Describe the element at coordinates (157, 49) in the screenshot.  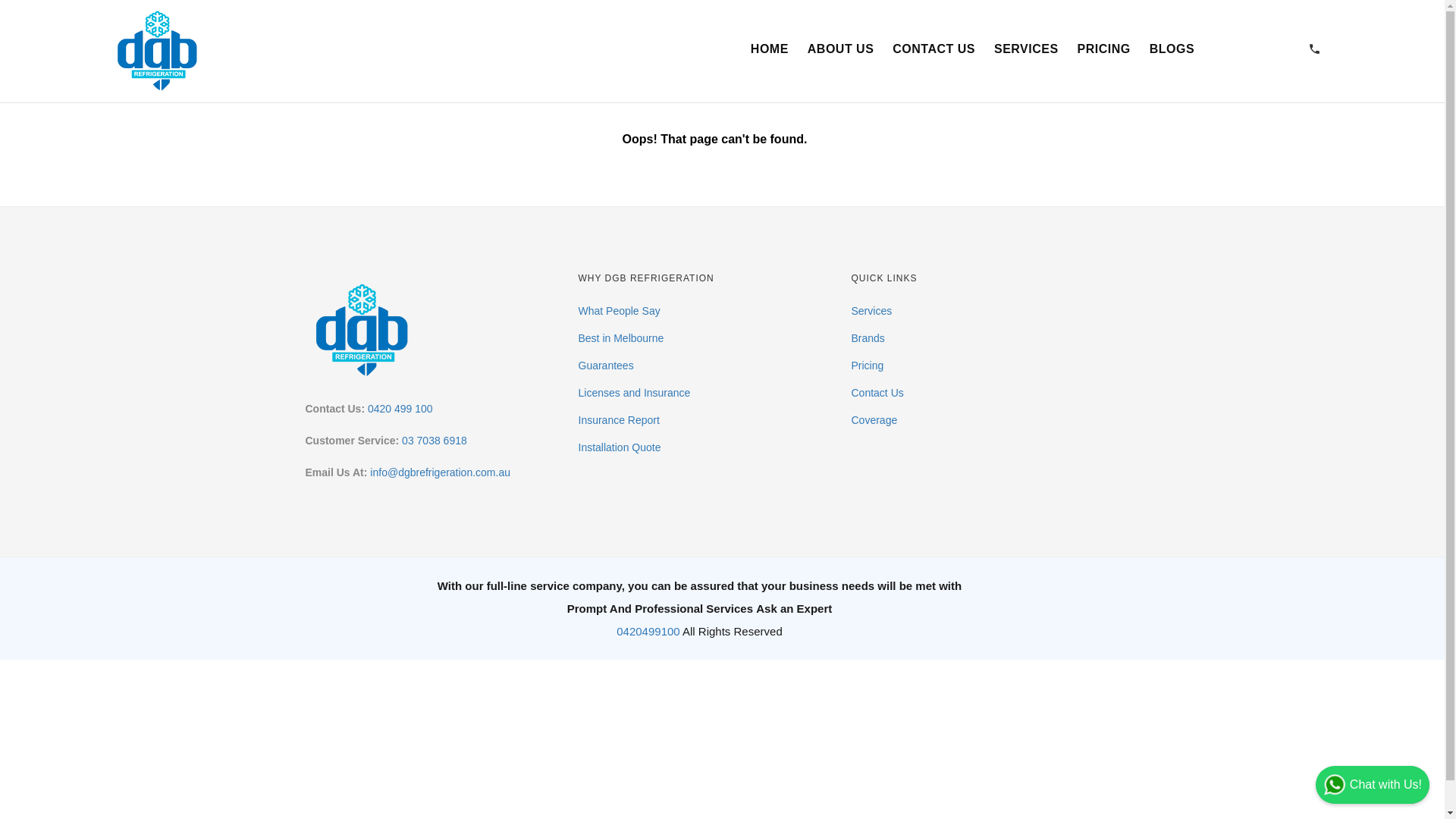
I see `'DGB'` at that location.